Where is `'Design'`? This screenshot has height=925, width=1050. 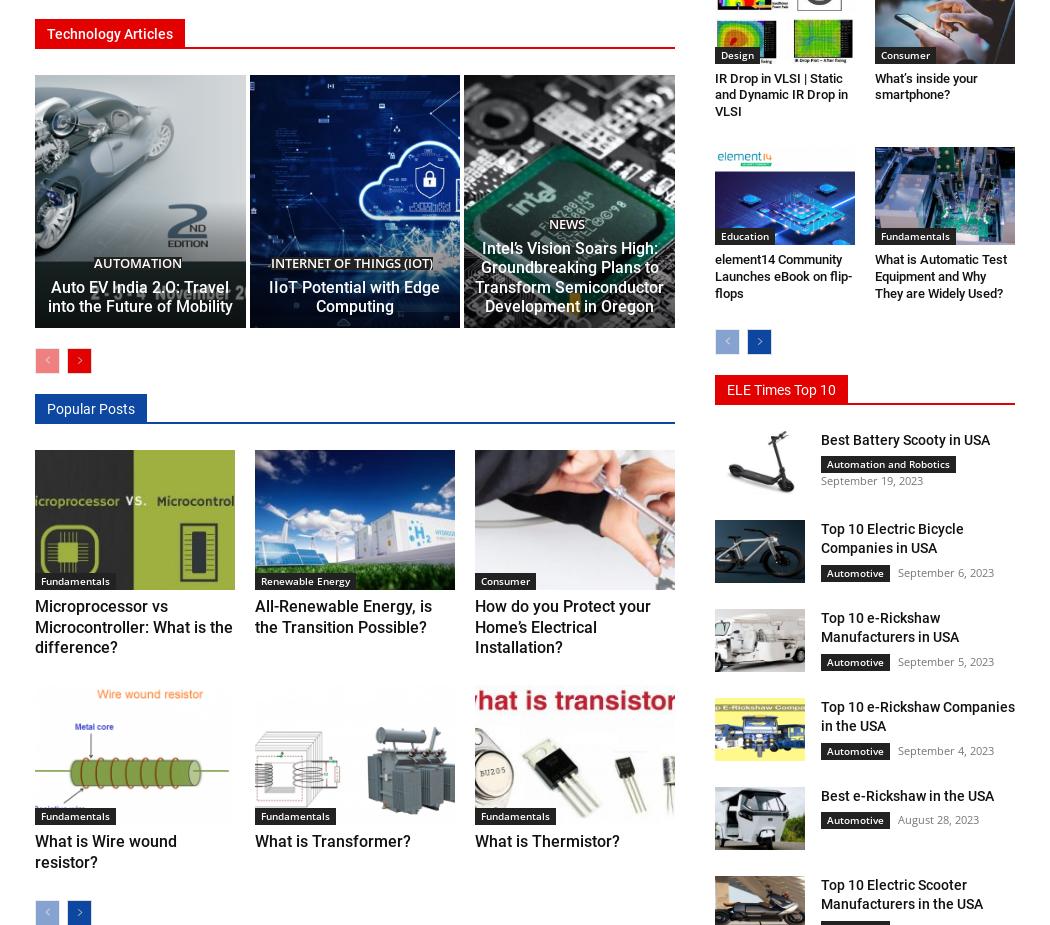 'Design' is located at coordinates (736, 53).